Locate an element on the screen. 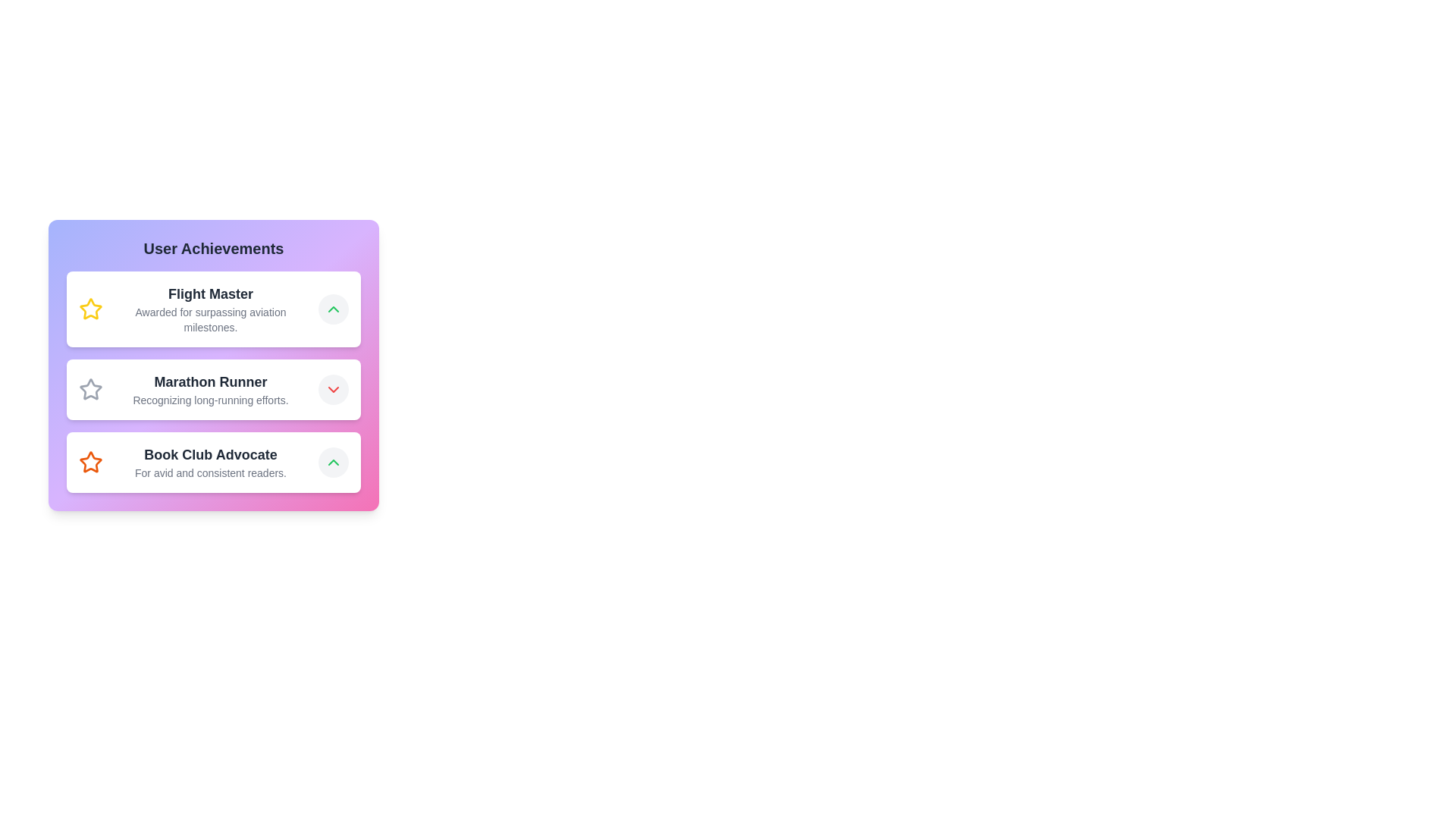 The width and height of the screenshot is (1456, 819). the star icon representing the achievement in the second list item titled 'Marathon Runner' within the achievement panel is located at coordinates (213, 366).